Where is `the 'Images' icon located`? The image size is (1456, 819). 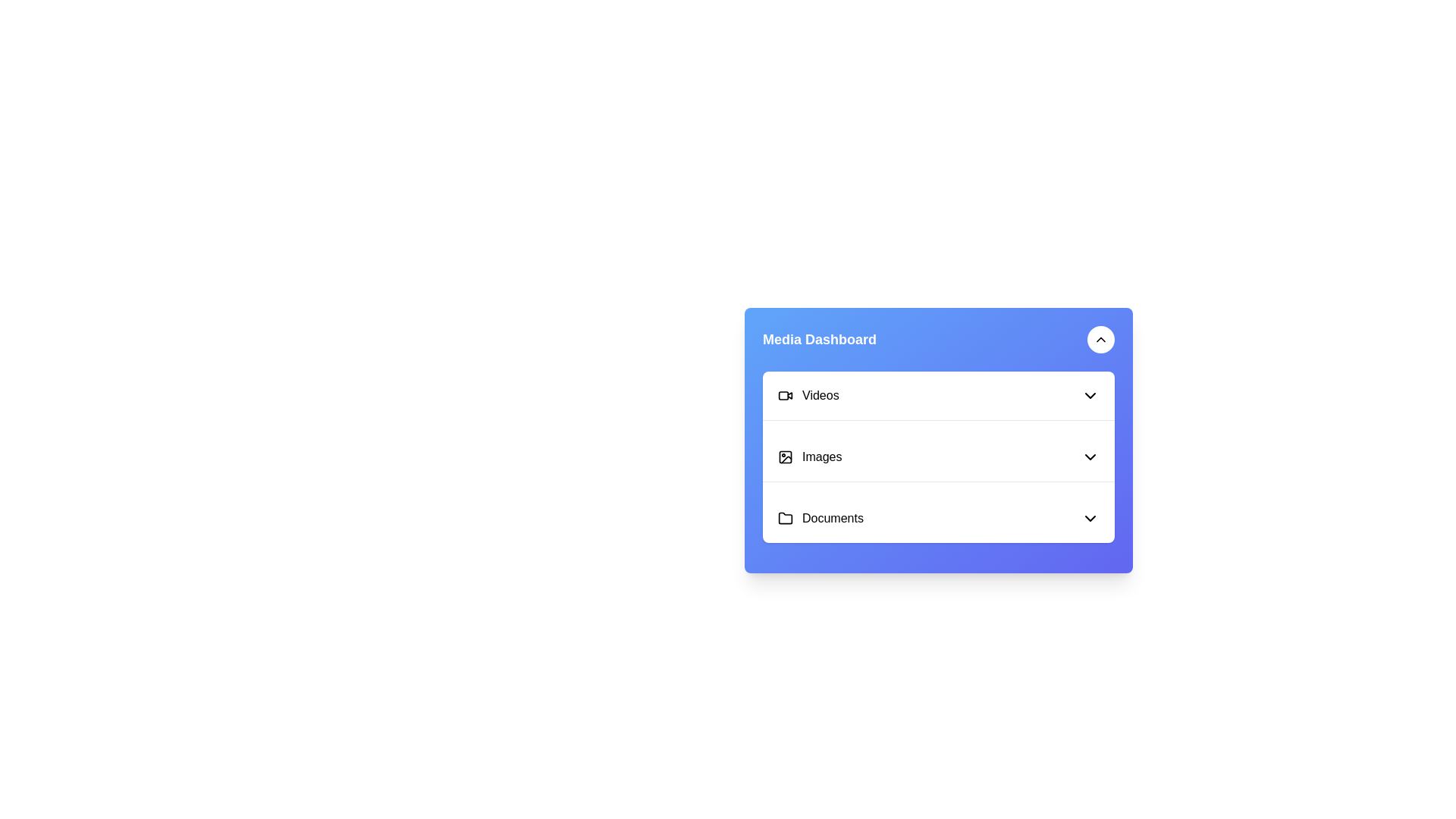 the 'Images' icon located is located at coordinates (786, 456).